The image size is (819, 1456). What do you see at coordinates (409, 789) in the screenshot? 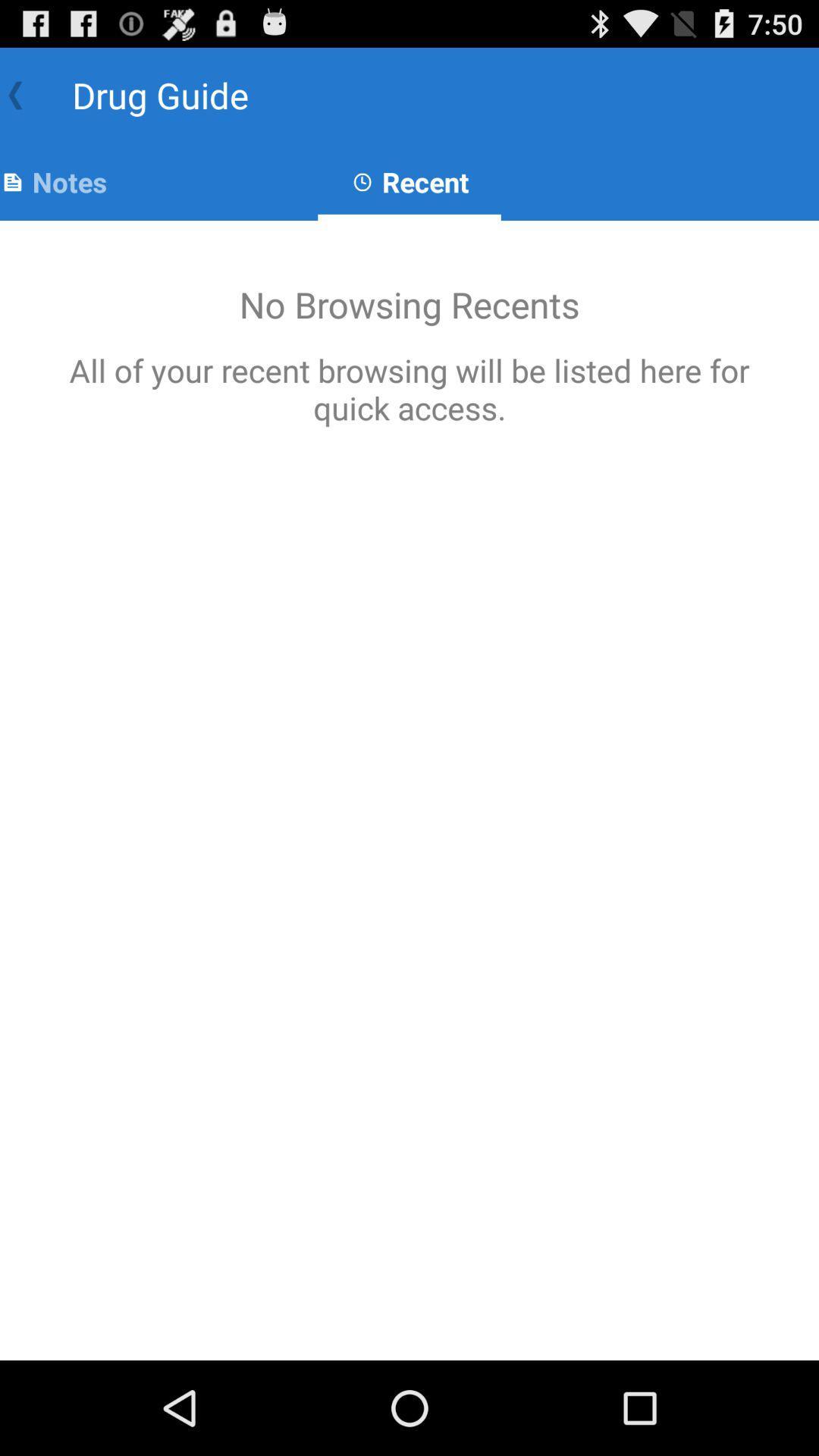
I see `the app below   notes` at bounding box center [409, 789].